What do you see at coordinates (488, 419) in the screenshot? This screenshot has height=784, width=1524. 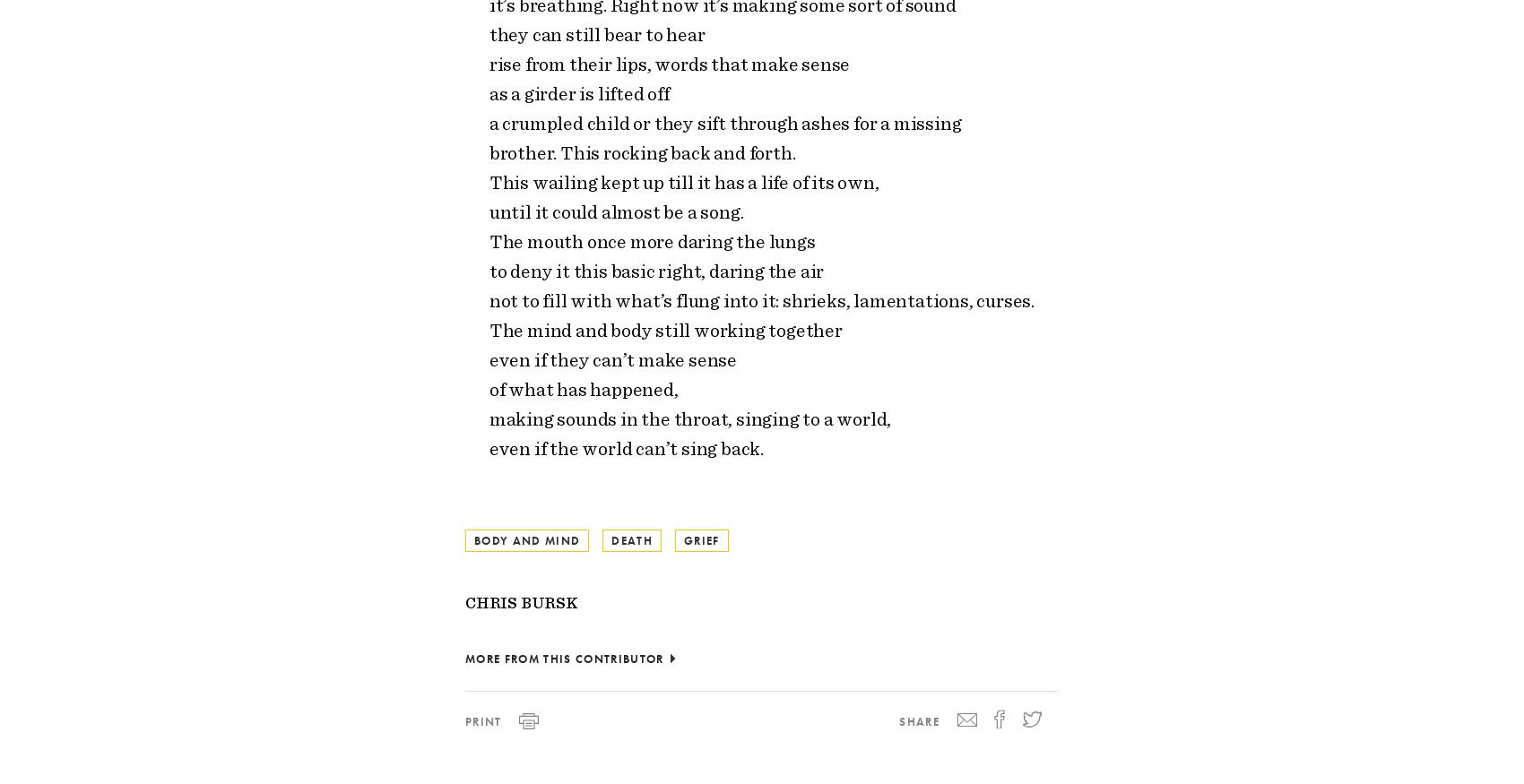 I see `'making sounds in the throat, singing to a world,'` at bounding box center [488, 419].